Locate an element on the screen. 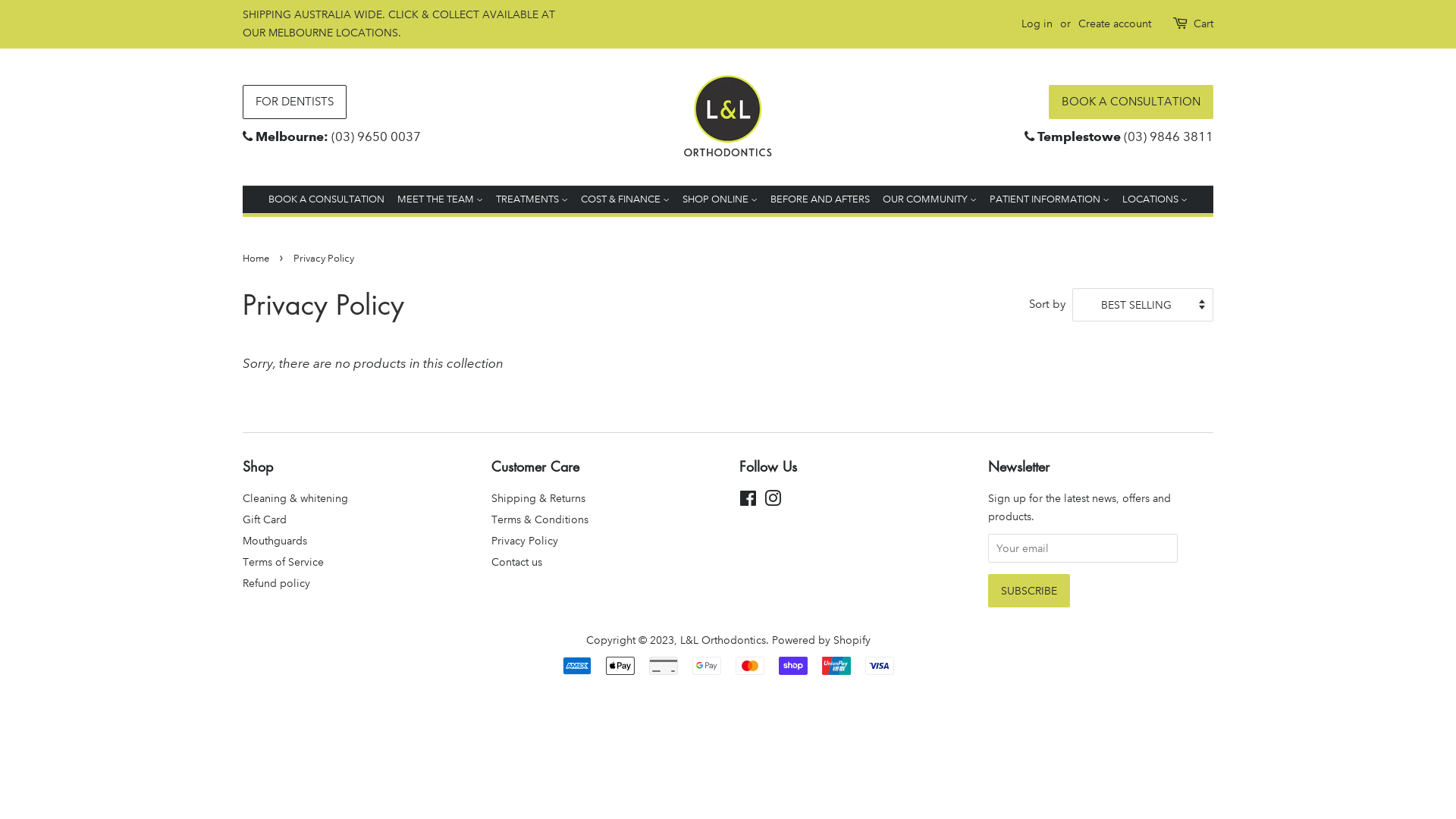 This screenshot has height=819, width=1456. 'Log in' is located at coordinates (1036, 23).